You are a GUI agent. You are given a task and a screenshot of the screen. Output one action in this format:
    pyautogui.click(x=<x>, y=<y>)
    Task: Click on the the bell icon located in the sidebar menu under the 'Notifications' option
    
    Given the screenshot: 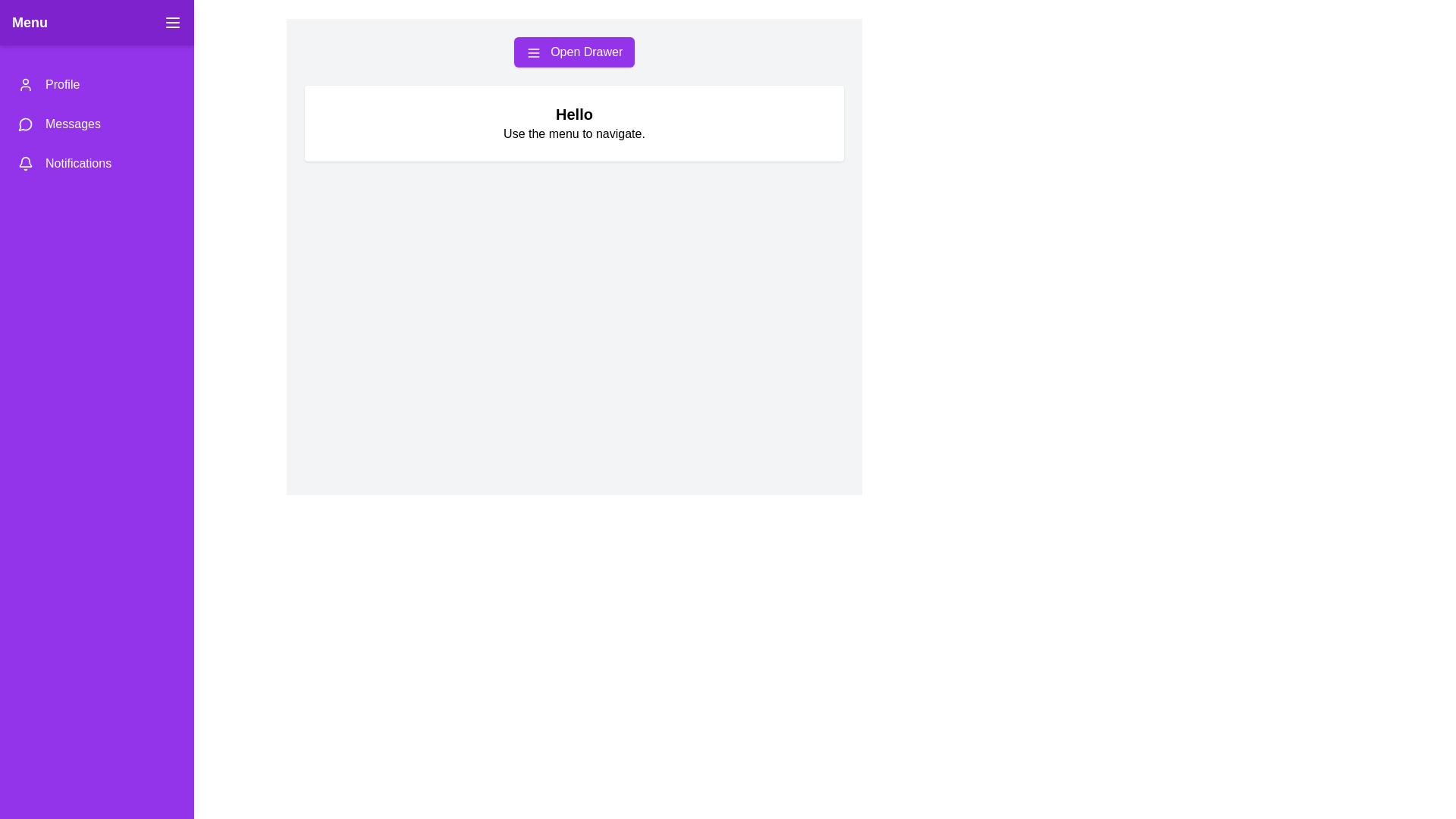 What is the action you would take?
    pyautogui.click(x=25, y=164)
    